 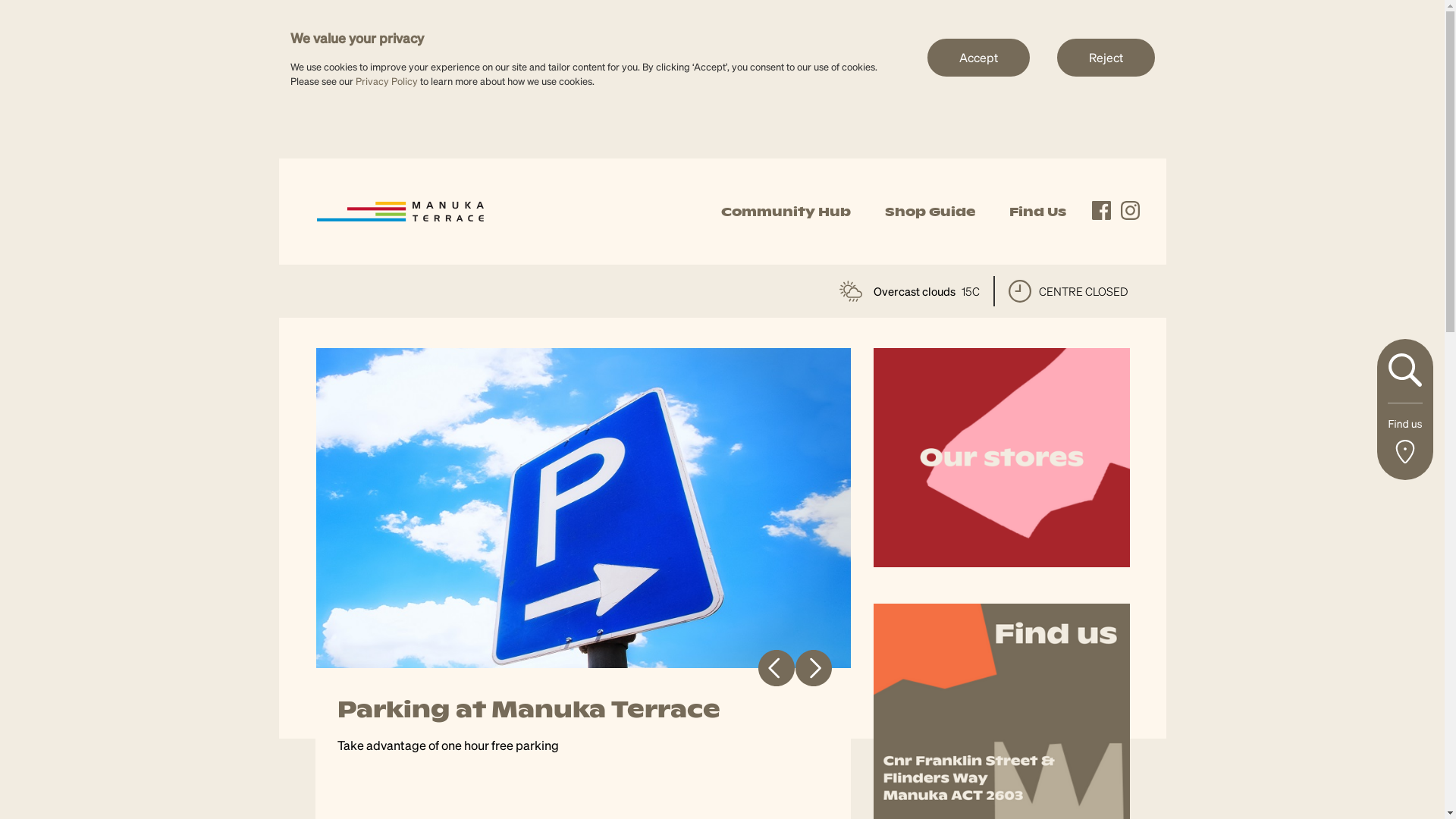 What do you see at coordinates (811, 667) in the screenshot?
I see `'Next'` at bounding box center [811, 667].